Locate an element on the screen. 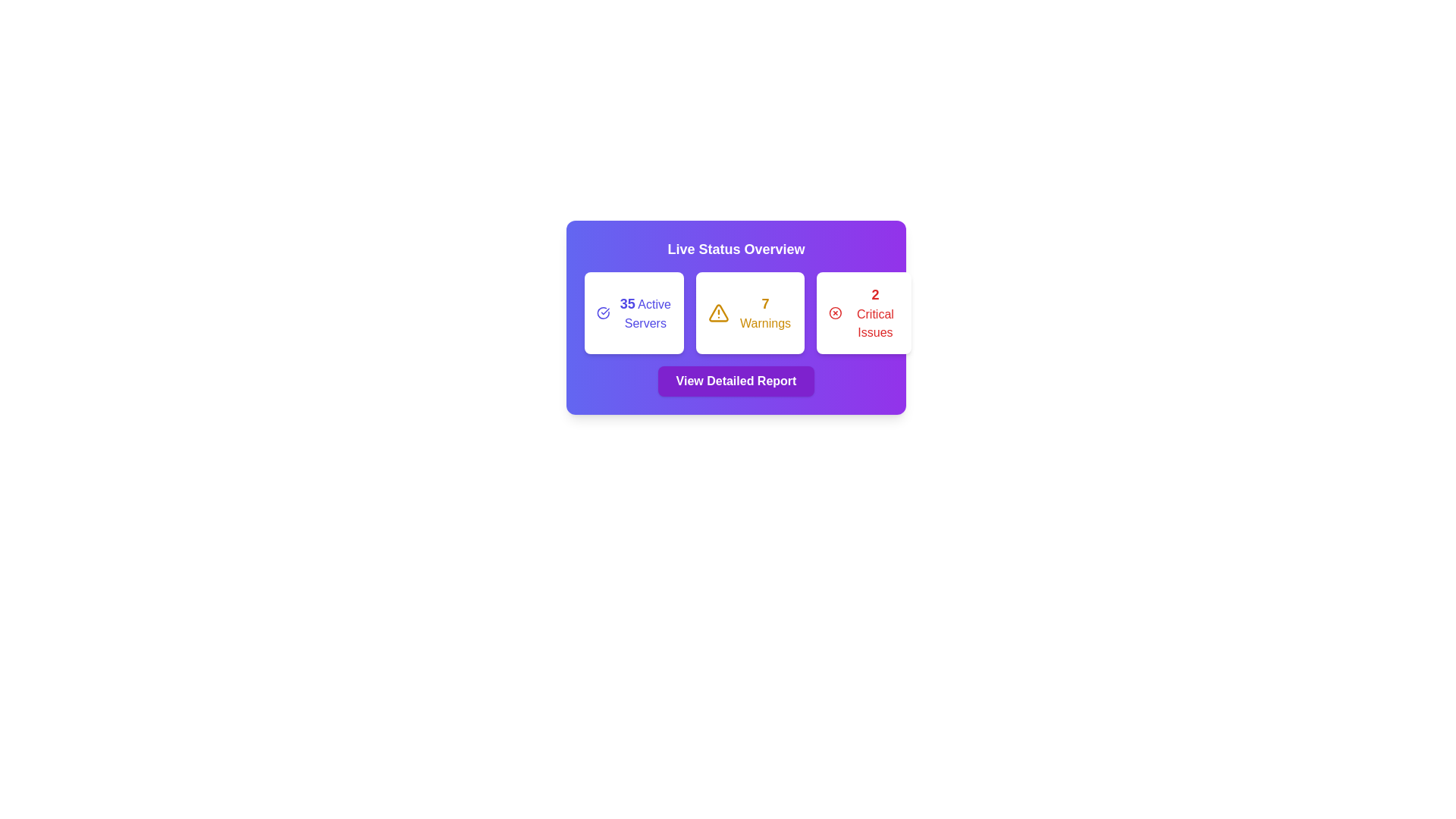  the Informational panel, which features a red 'X' icon and the text '2 Critical Issues', to obtain more details about the critical issues is located at coordinates (864, 312).